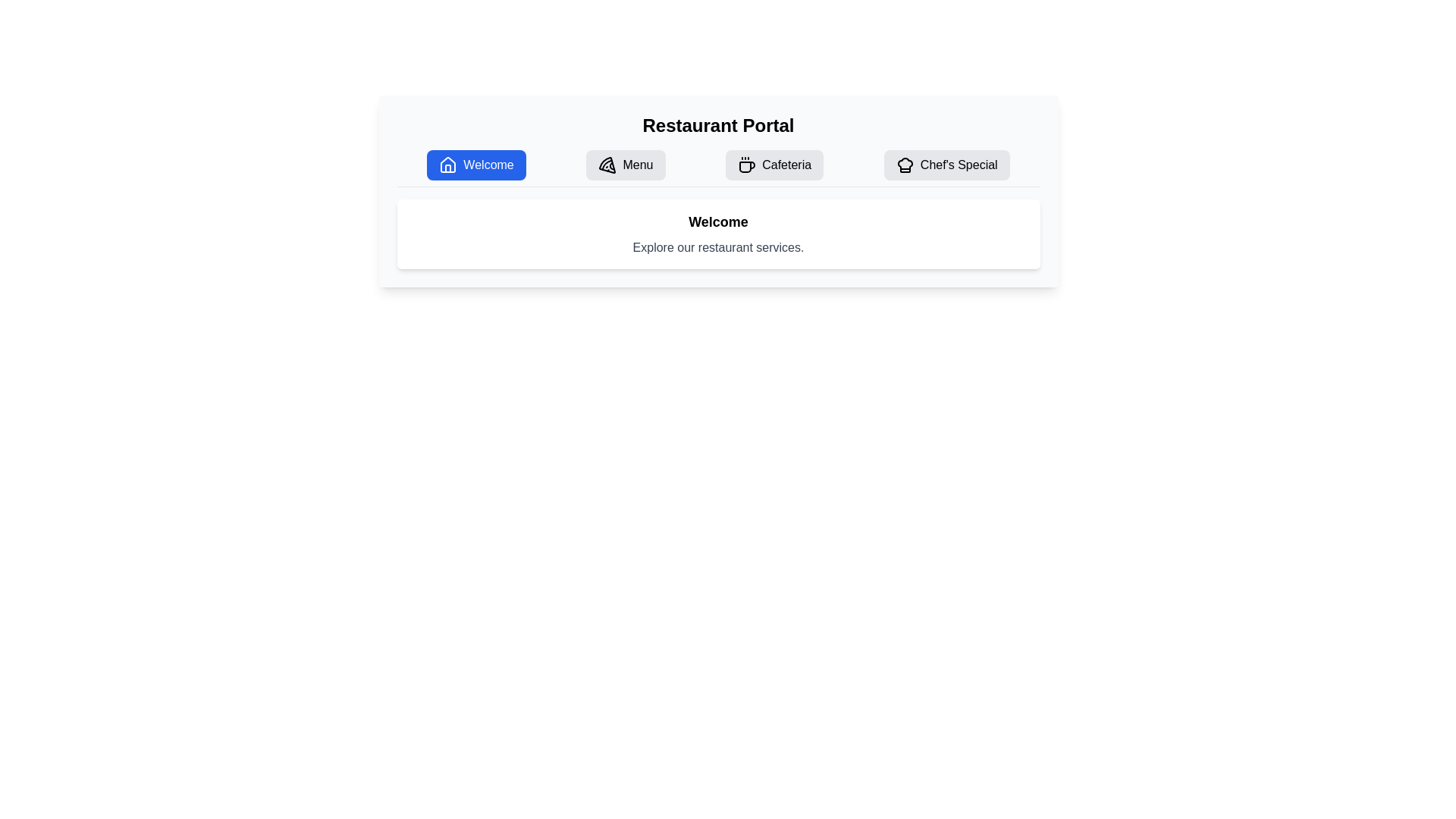 The image size is (1456, 819). What do you see at coordinates (774, 165) in the screenshot?
I see `the 'Cafeteria' button, which is a rectangular button with rounded corners and a coffee mug icon` at bounding box center [774, 165].